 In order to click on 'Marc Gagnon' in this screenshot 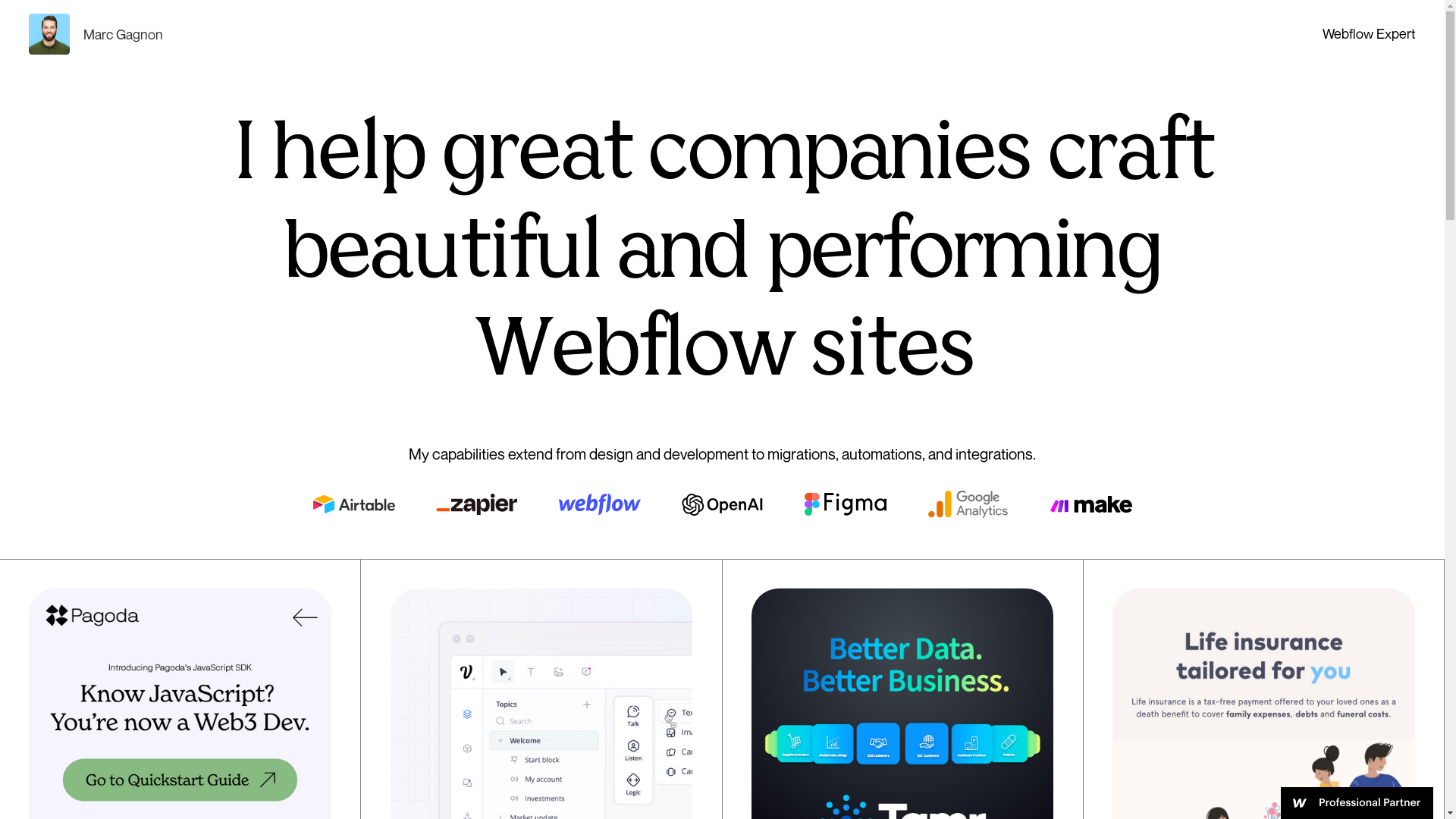, I will do `click(95, 34)`.